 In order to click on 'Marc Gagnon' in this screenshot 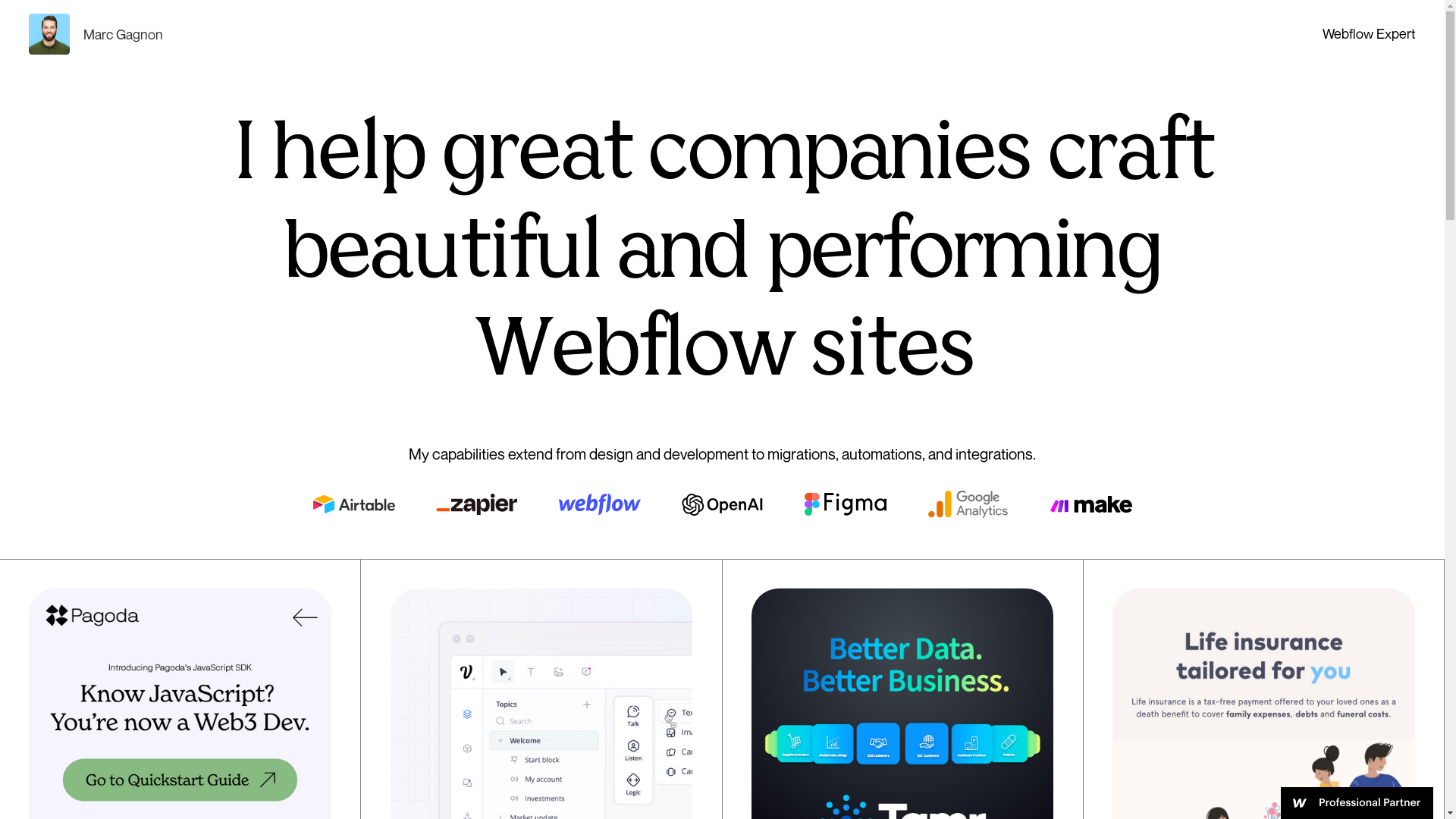, I will do `click(95, 34)`.